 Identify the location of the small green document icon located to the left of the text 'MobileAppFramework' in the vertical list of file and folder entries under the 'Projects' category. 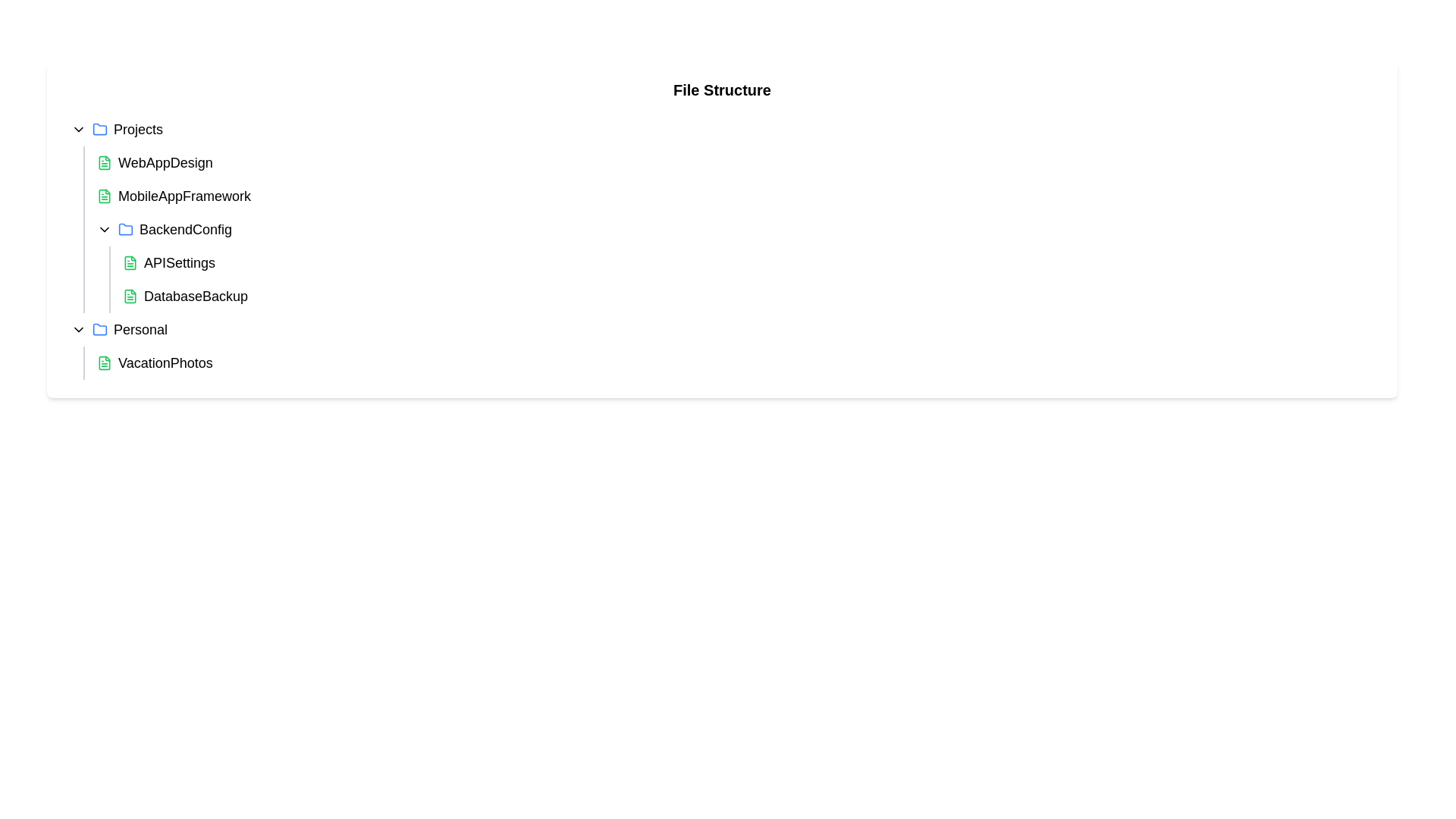
(104, 195).